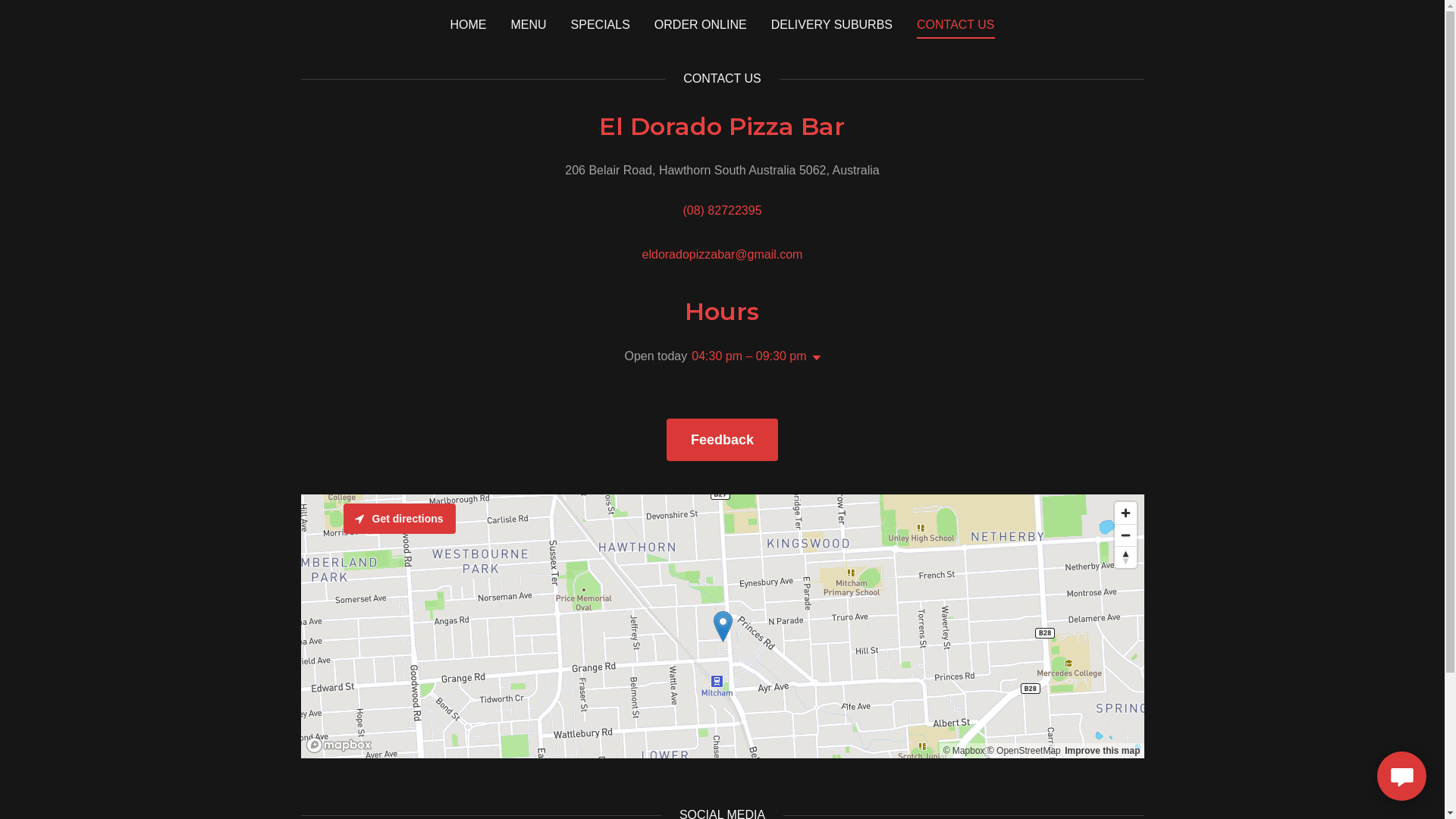  What do you see at coordinates (720, 210) in the screenshot?
I see `'(08) 82722395'` at bounding box center [720, 210].